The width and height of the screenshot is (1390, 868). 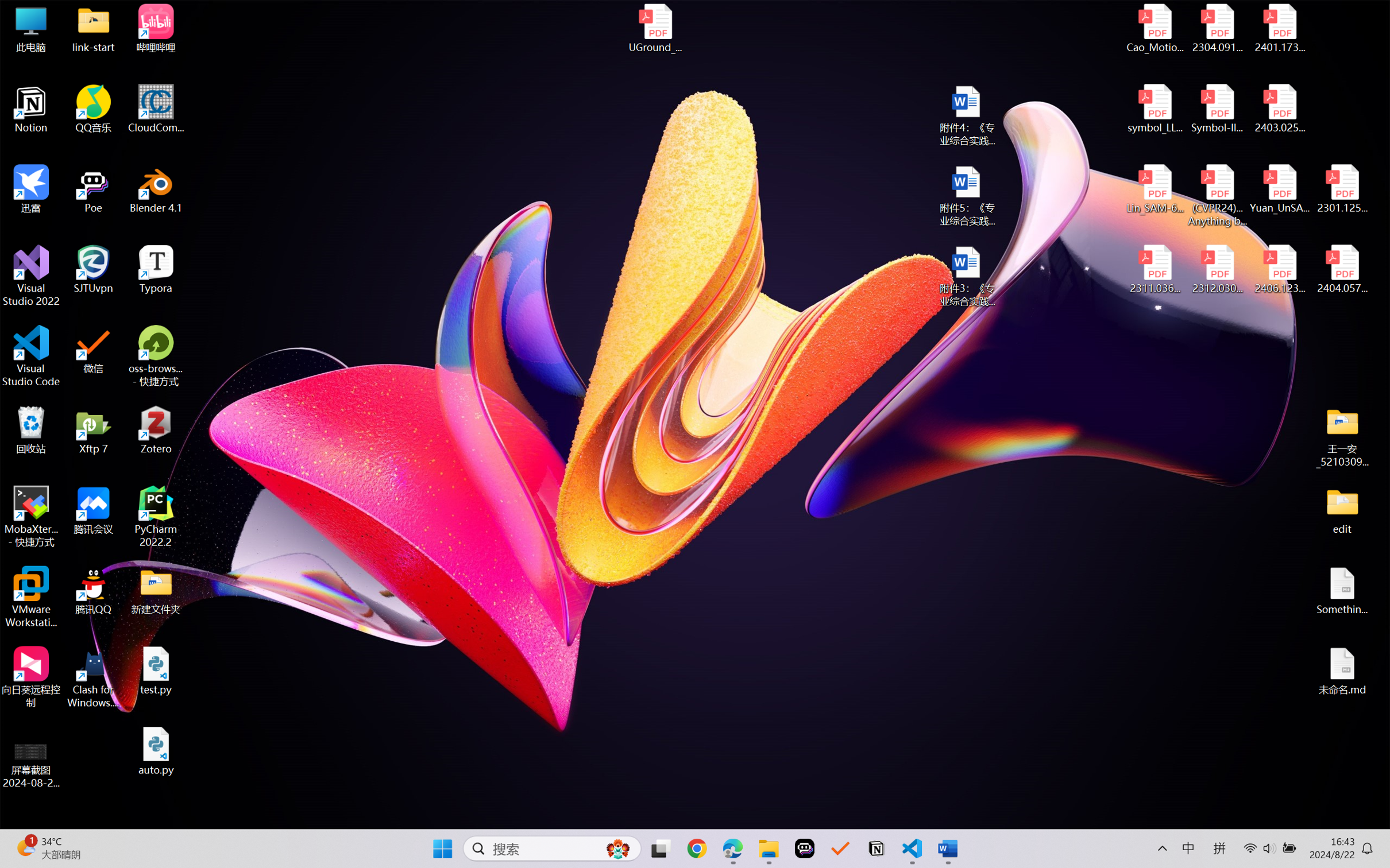 What do you see at coordinates (1217, 109) in the screenshot?
I see `'Symbol-llm-v2.pdf'` at bounding box center [1217, 109].